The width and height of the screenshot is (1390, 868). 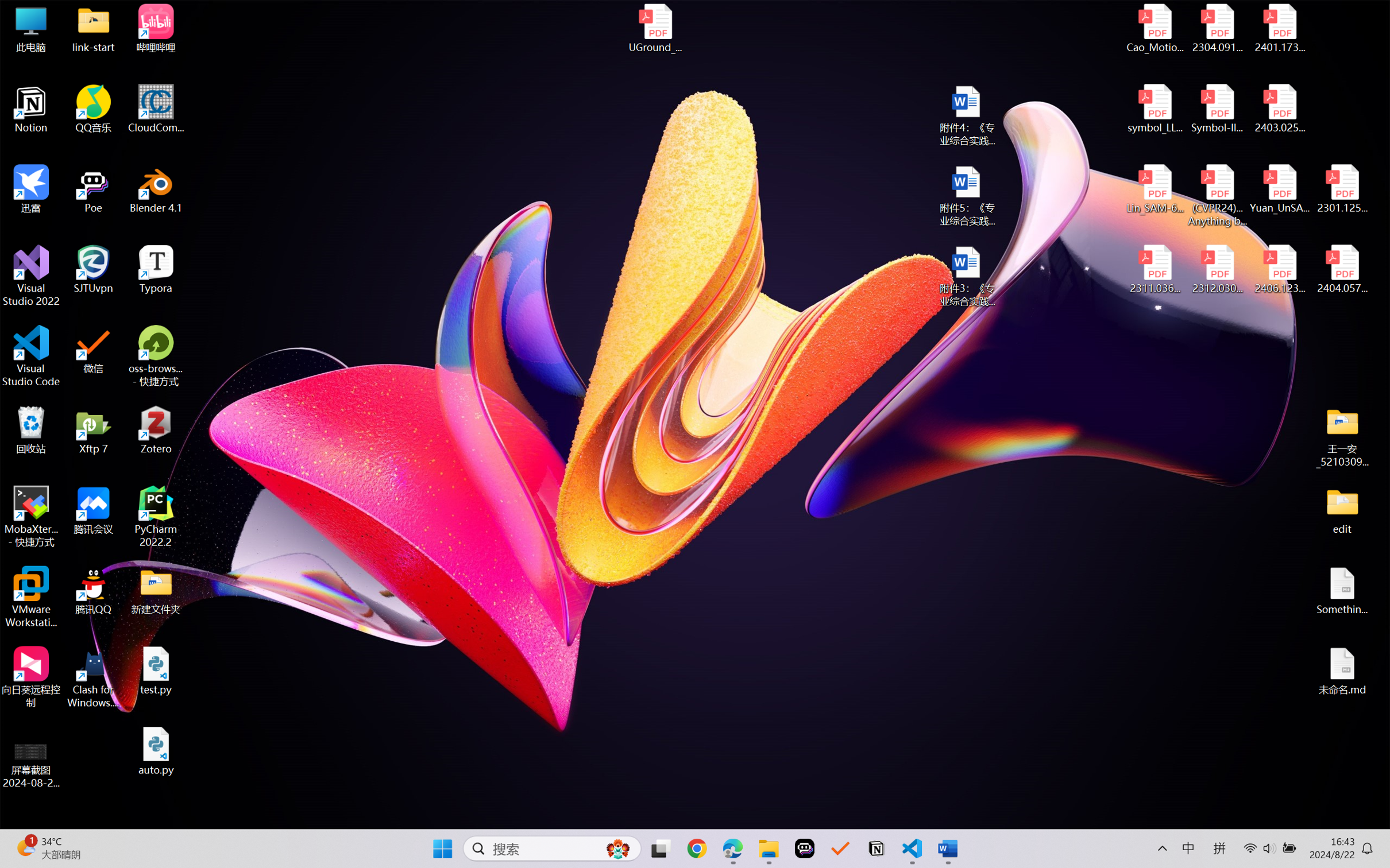 What do you see at coordinates (1217, 109) in the screenshot?
I see `'Symbol-llm-v2.pdf'` at bounding box center [1217, 109].